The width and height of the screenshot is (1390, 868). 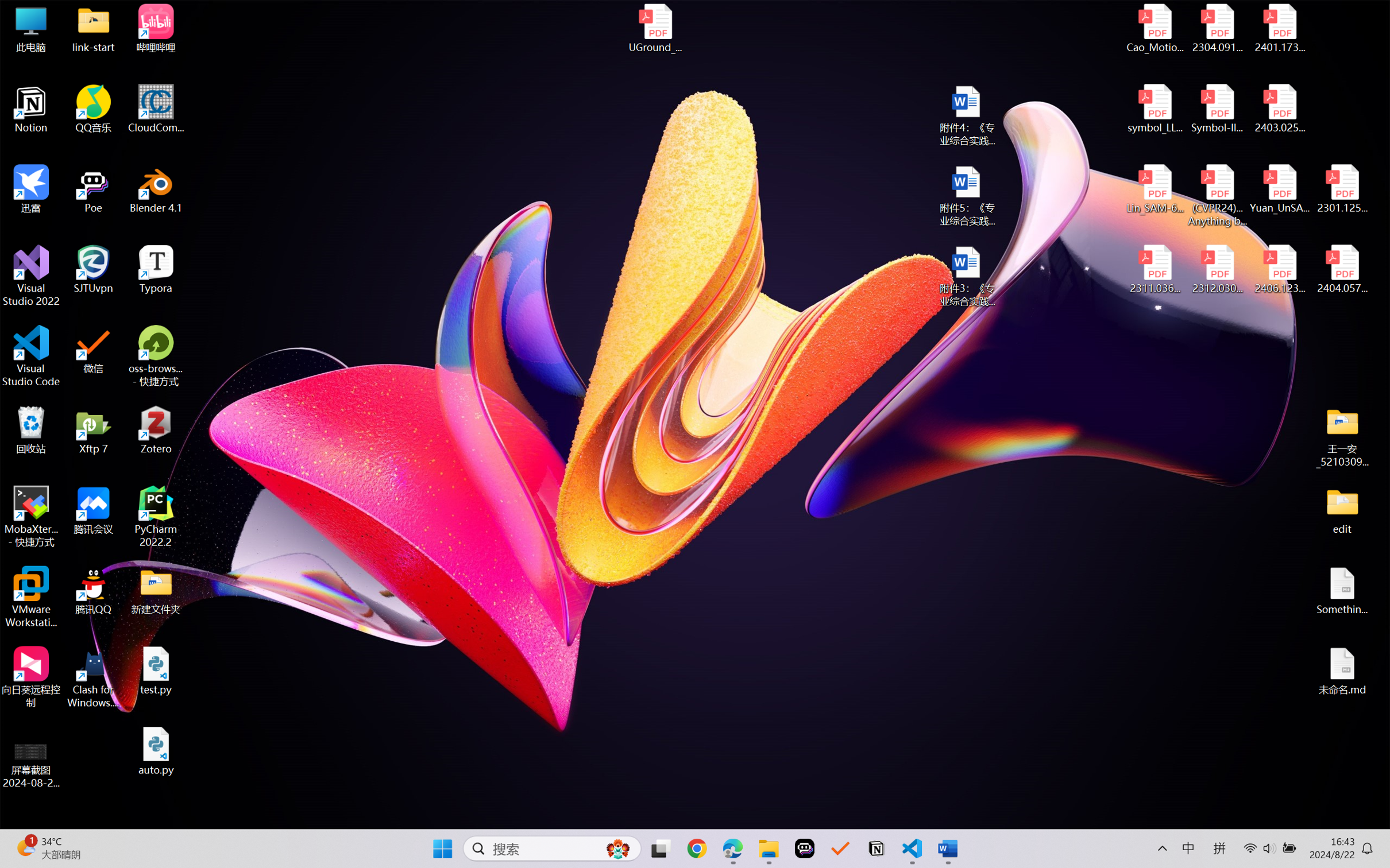 What do you see at coordinates (1217, 109) in the screenshot?
I see `'Symbol-llm-v2.pdf'` at bounding box center [1217, 109].